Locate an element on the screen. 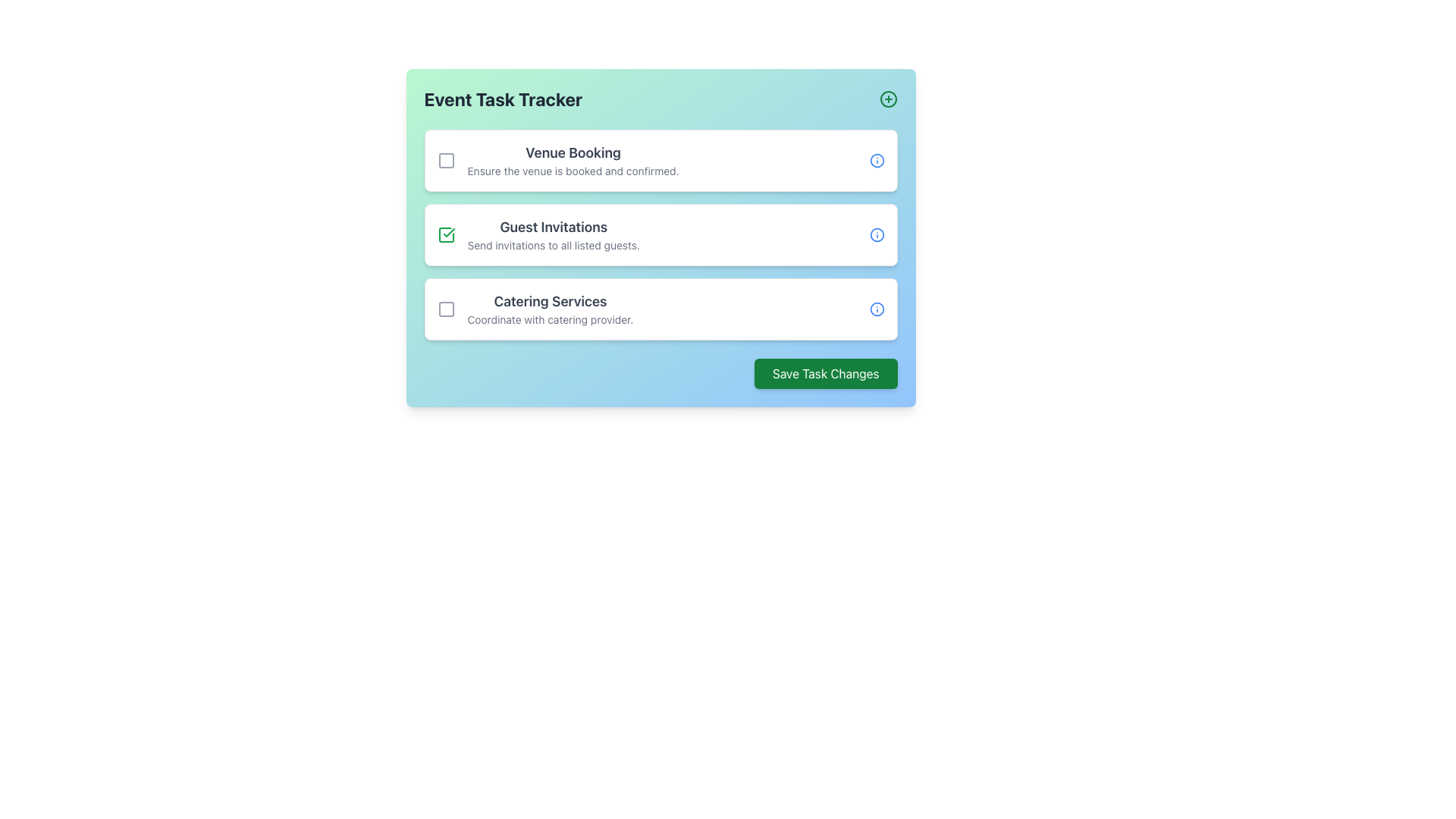 Image resolution: width=1456 pixels, height=819 pixels. the 'Venue Booking' text block, which features a larger, bold title and a smaller, gray subtitle is located at coordinates (572, 161).